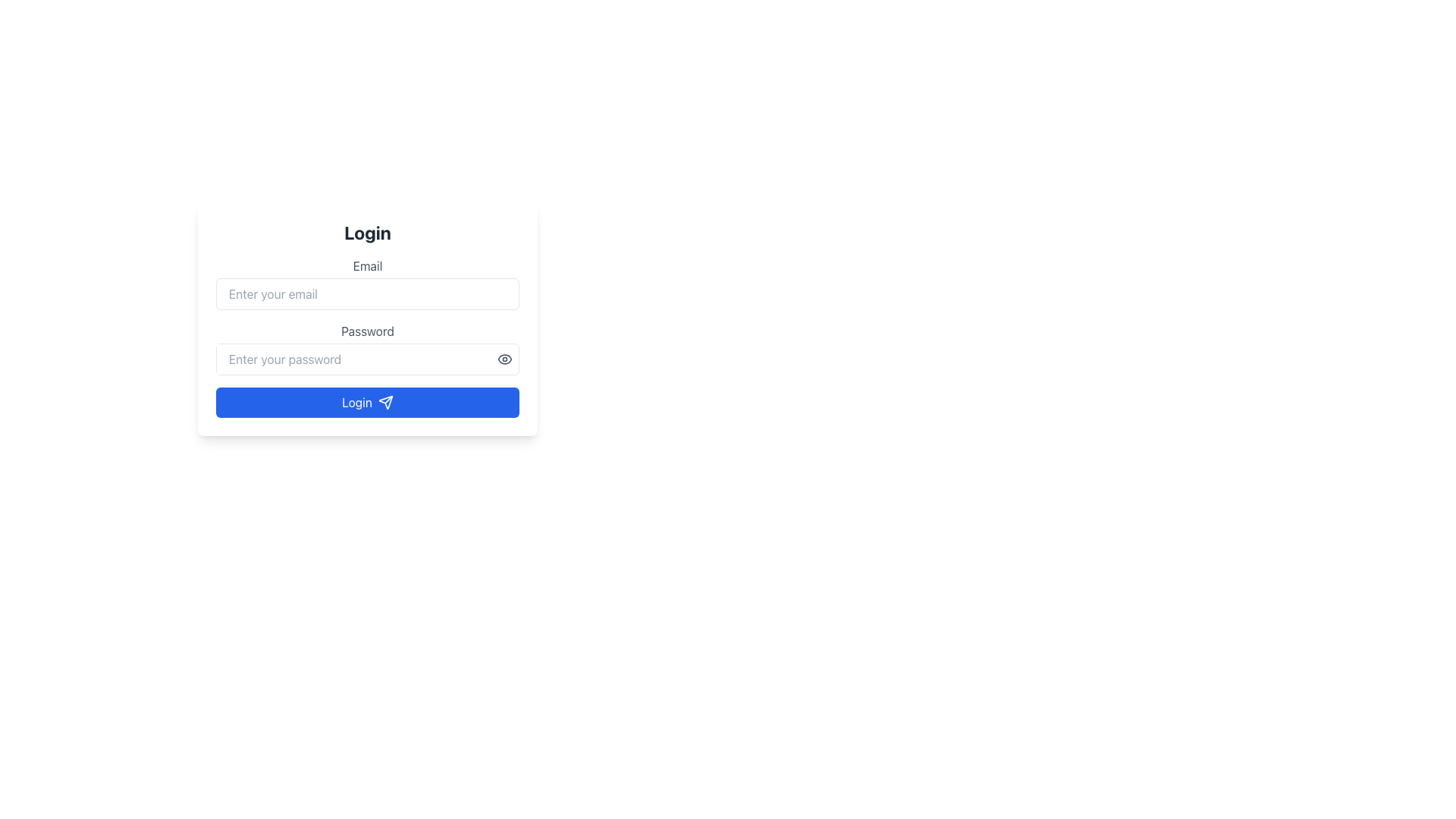  Describe the element at coordinates (367, 402) in the screenshot. I see `the login button located at the bottom of the form` at that location.